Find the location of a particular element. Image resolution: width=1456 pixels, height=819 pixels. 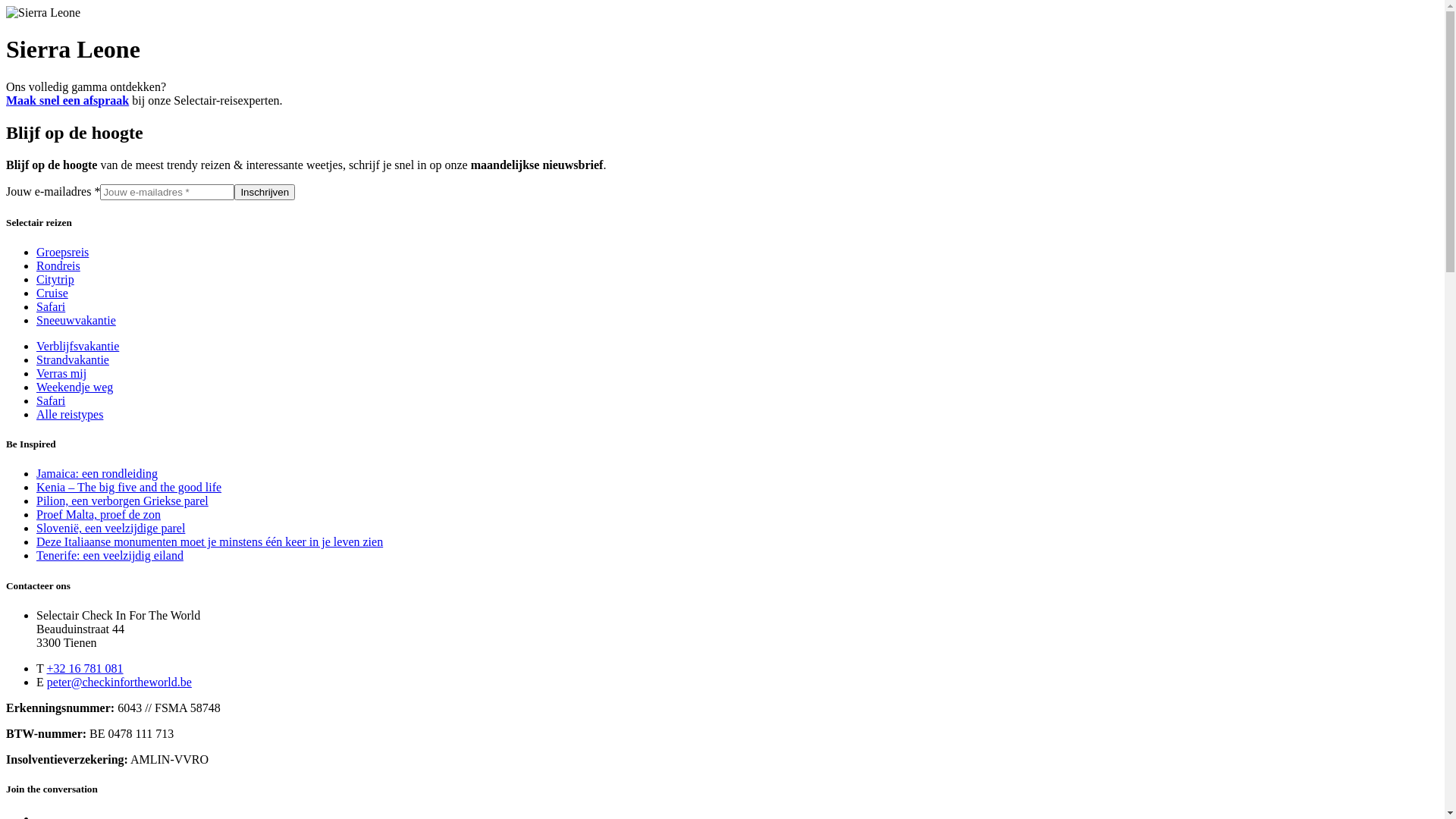

'Cruise' is located at coordinates (52, 293).